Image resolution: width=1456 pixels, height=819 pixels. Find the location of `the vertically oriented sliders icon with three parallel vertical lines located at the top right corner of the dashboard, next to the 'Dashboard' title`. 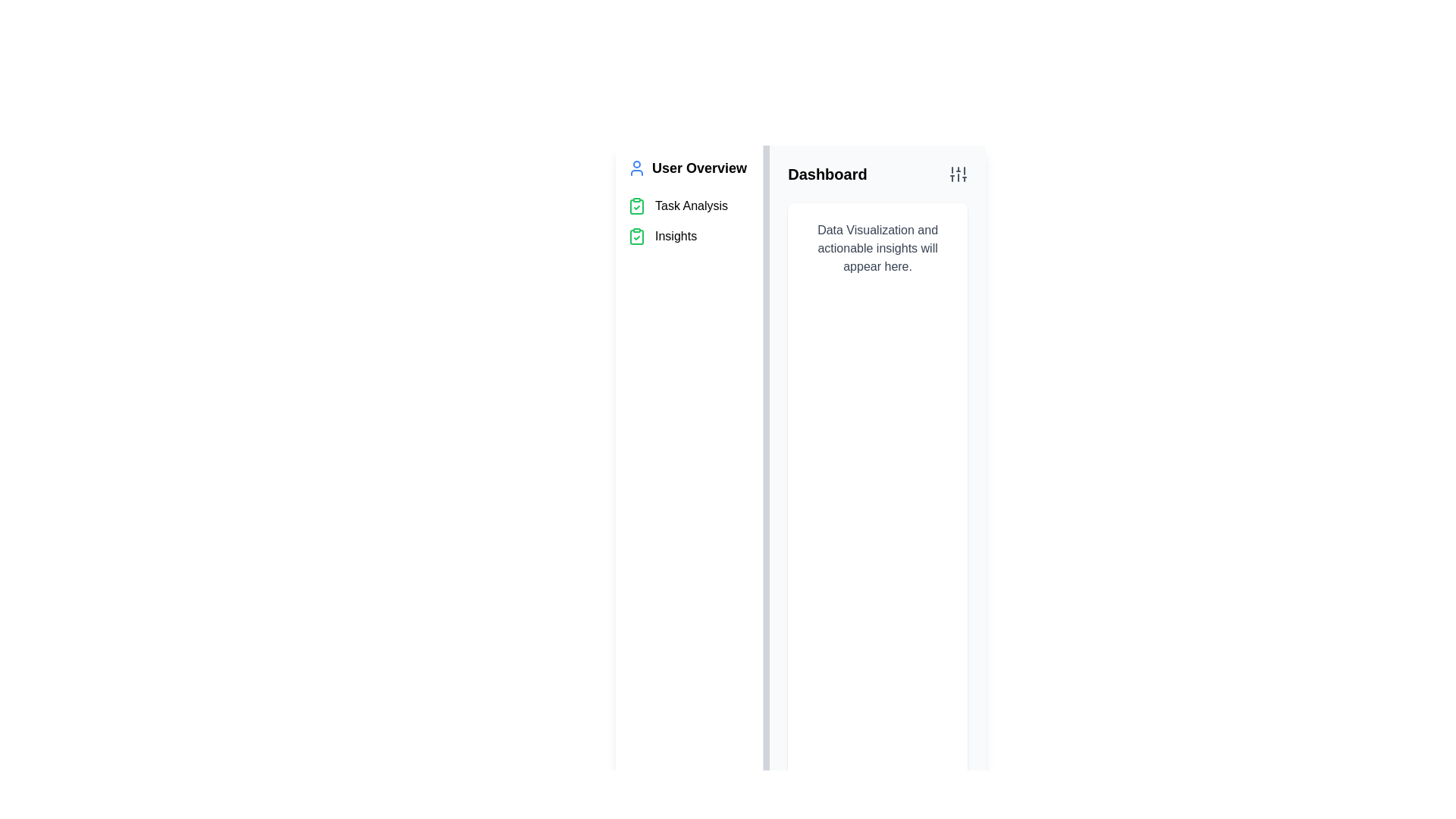

the vertically oriented sliders icon with three parallel vertical lines located at the top right corner of the dashboard, next to the 'Dashboard' title is located at coordinates (957, 174).